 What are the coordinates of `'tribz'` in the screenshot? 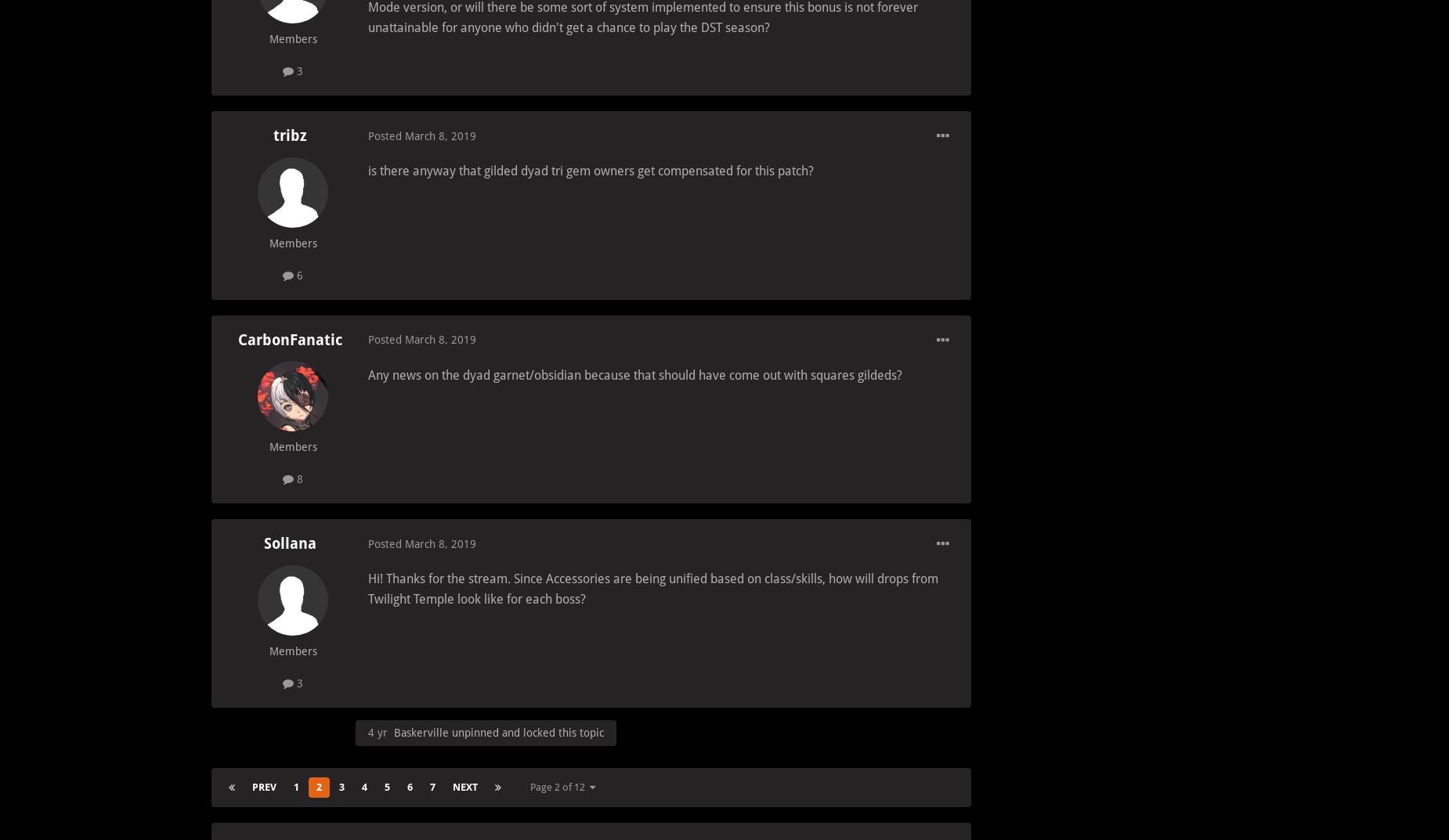 It's located at (271, 135).